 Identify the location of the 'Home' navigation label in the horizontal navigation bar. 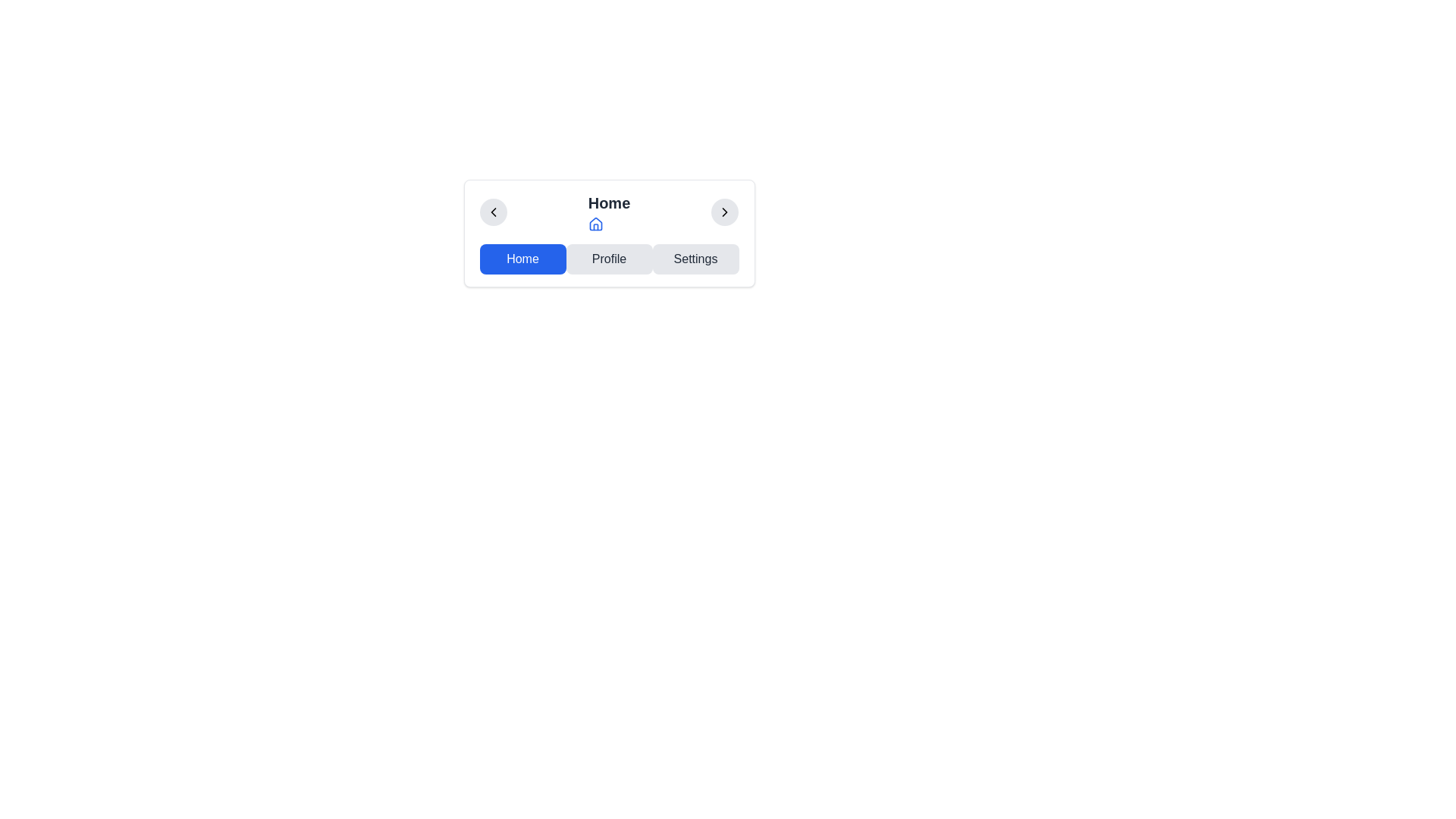
(609, 212).